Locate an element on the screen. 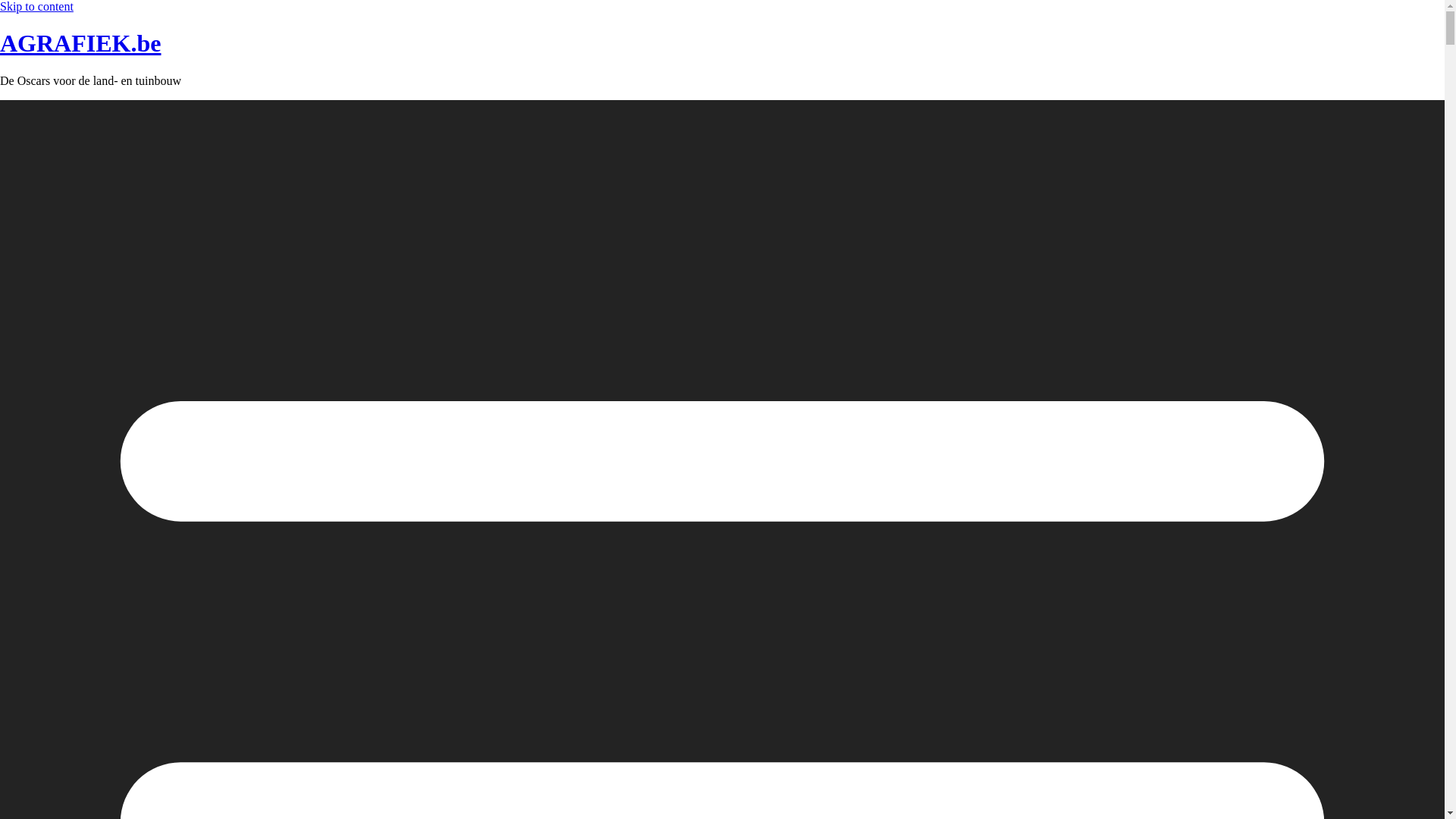 The width and height of the screenshot is (1456, 819). 'AGRAFIEK.be' is located at coordinates (79, 42).